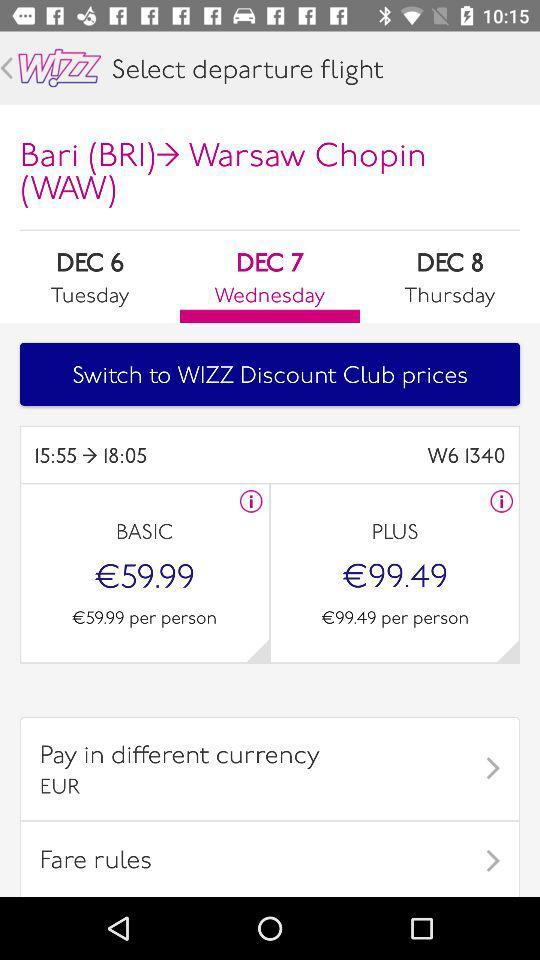 The height and width of the screenshot is (960, 540). Describe the element at coordinates (507, 649) in the screenshot. I see `more details` at that location.